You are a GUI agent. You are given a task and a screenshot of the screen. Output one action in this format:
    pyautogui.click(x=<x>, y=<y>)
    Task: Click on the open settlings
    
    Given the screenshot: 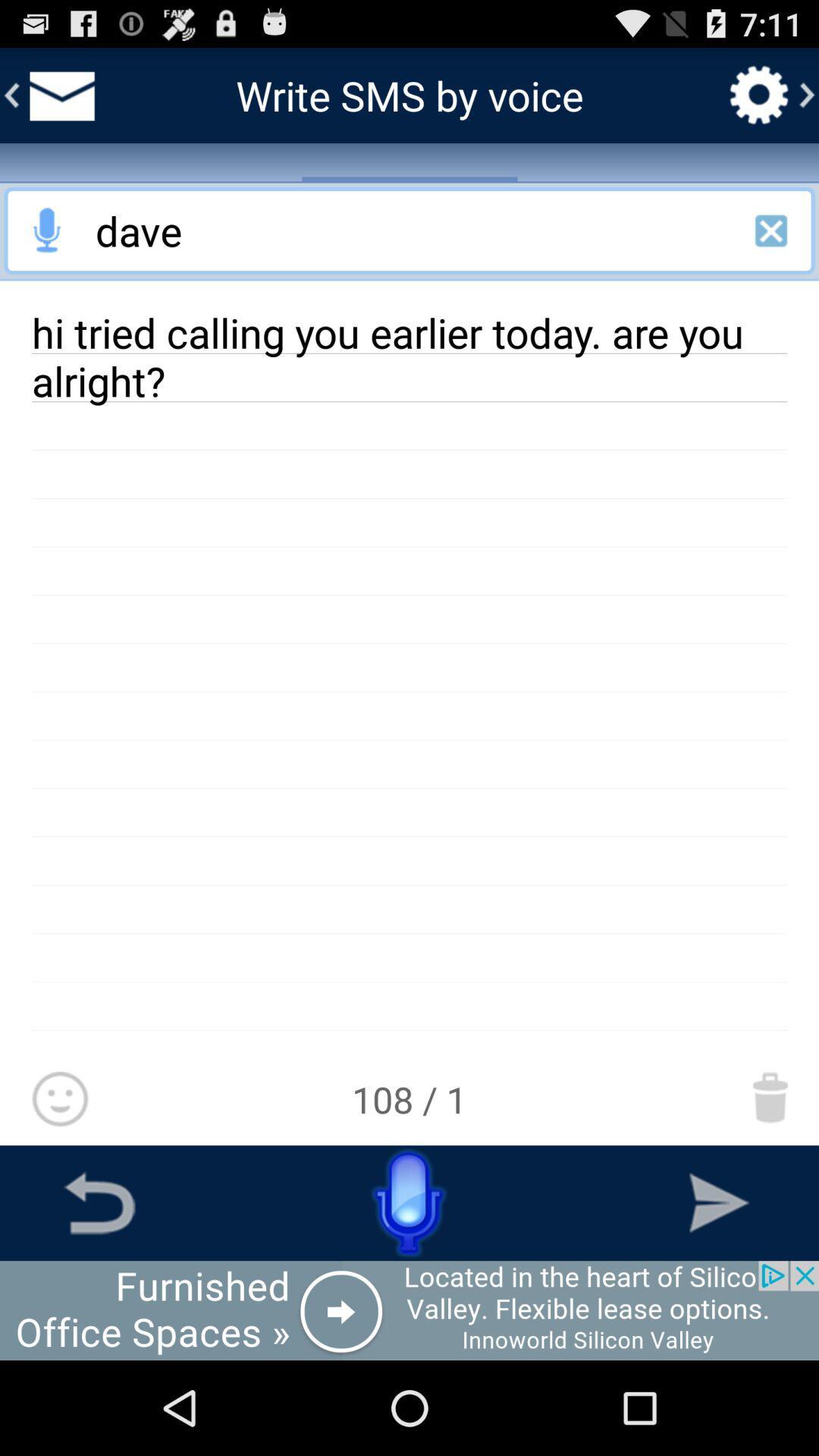 What is the action you would take?
    pyautogui.click(x=759, y=94)
    